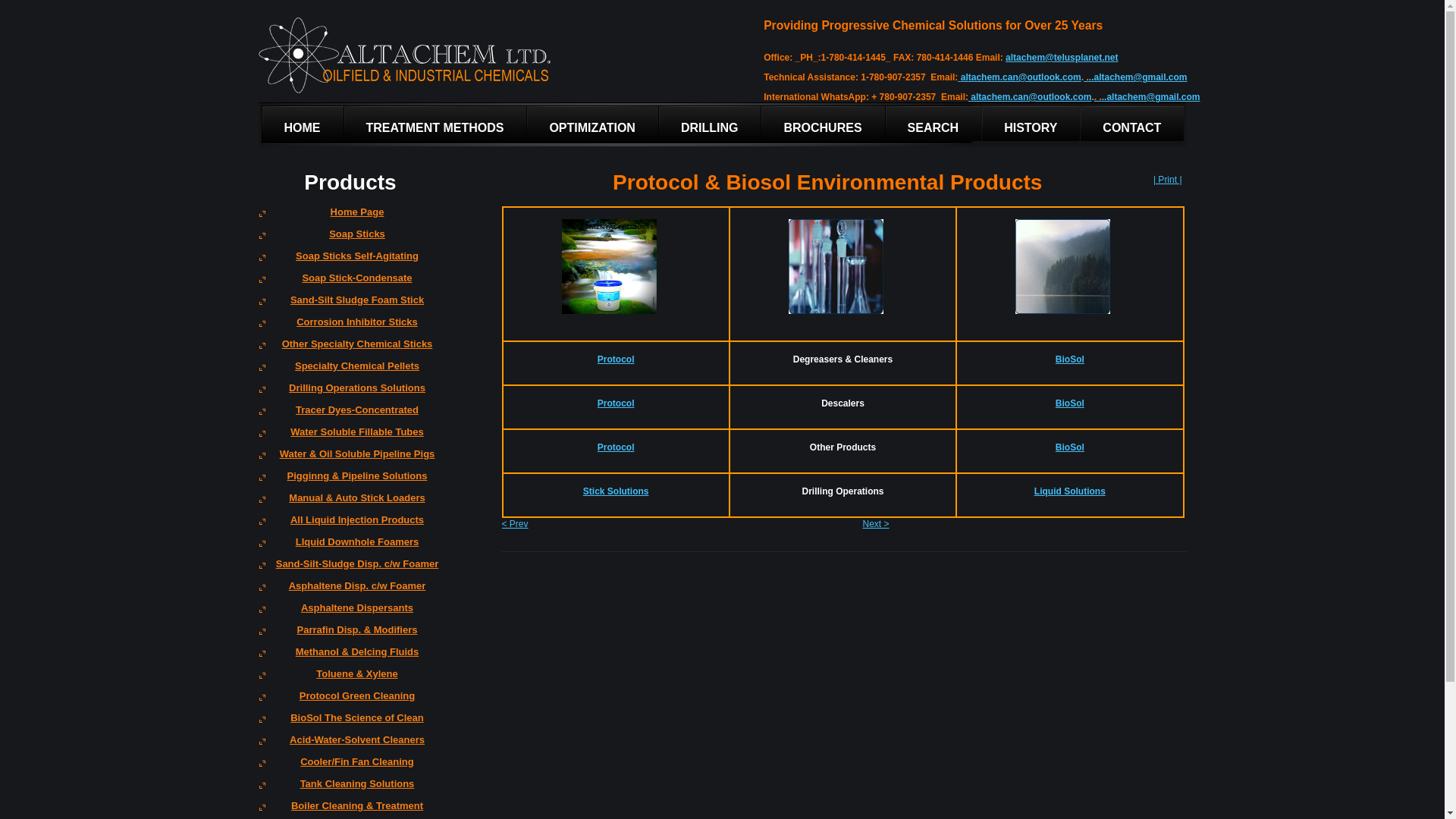 The width and height of the screenshot is (1456, 819). Describe the element at coordinates (350, 349) in the screenshot. I see `'Other Specialty Chemical Sticks'` at that location.